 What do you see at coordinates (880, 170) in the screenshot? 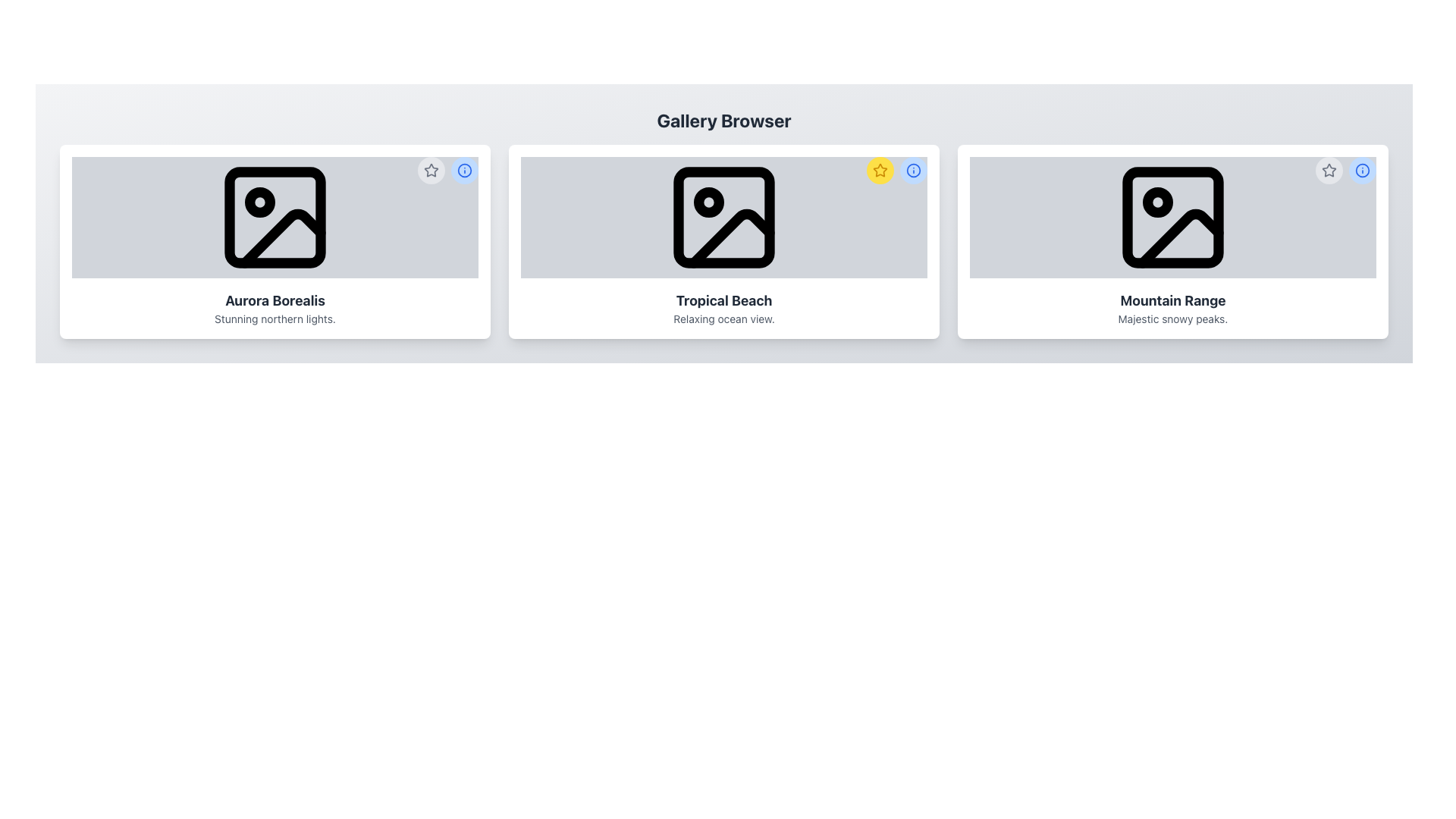
I see `the star icon in the upper right corner of the 'Tropical Beach' card` at bounding box center [880, 170].